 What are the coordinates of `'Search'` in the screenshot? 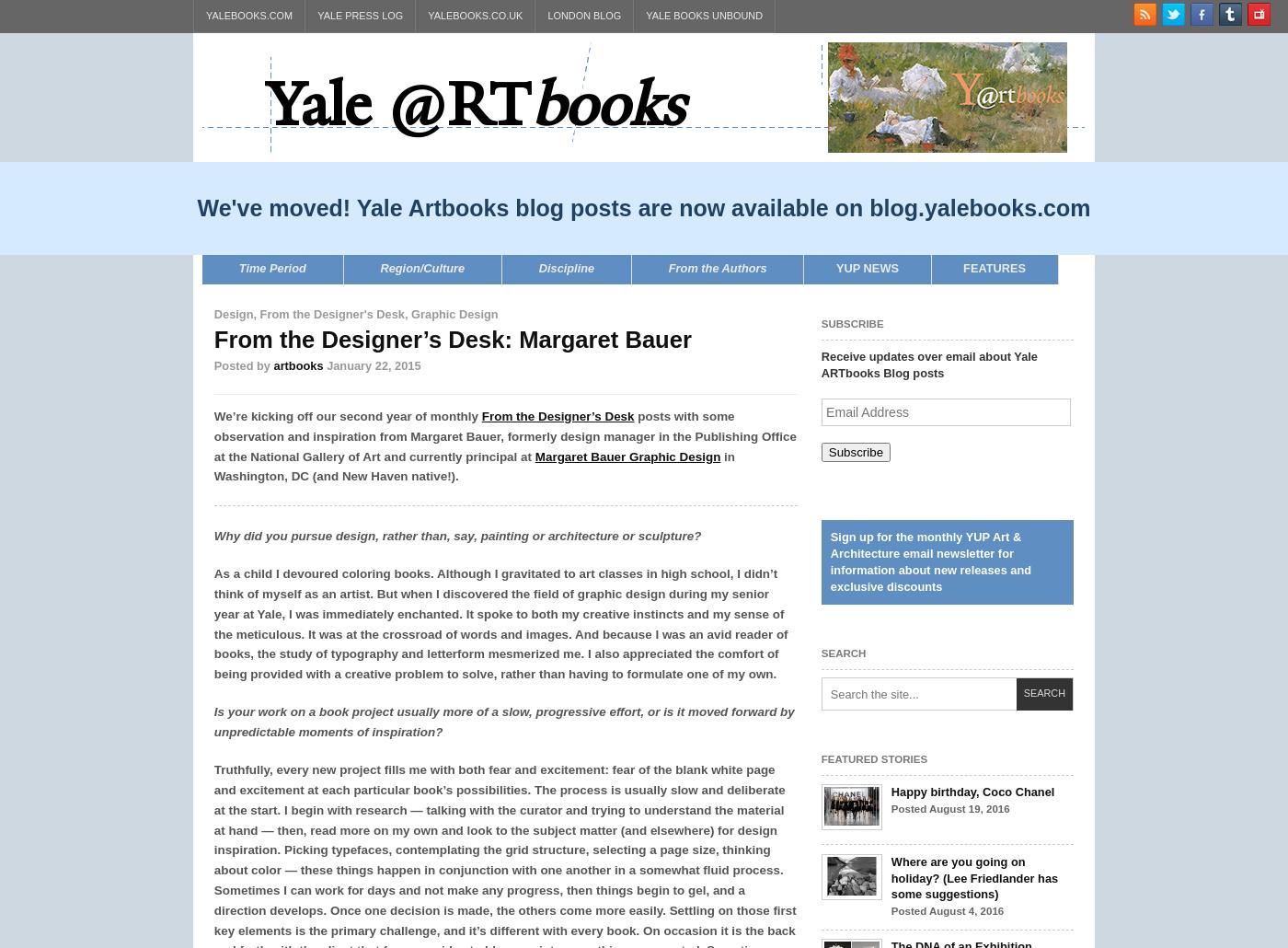 It's located at (843, 652).